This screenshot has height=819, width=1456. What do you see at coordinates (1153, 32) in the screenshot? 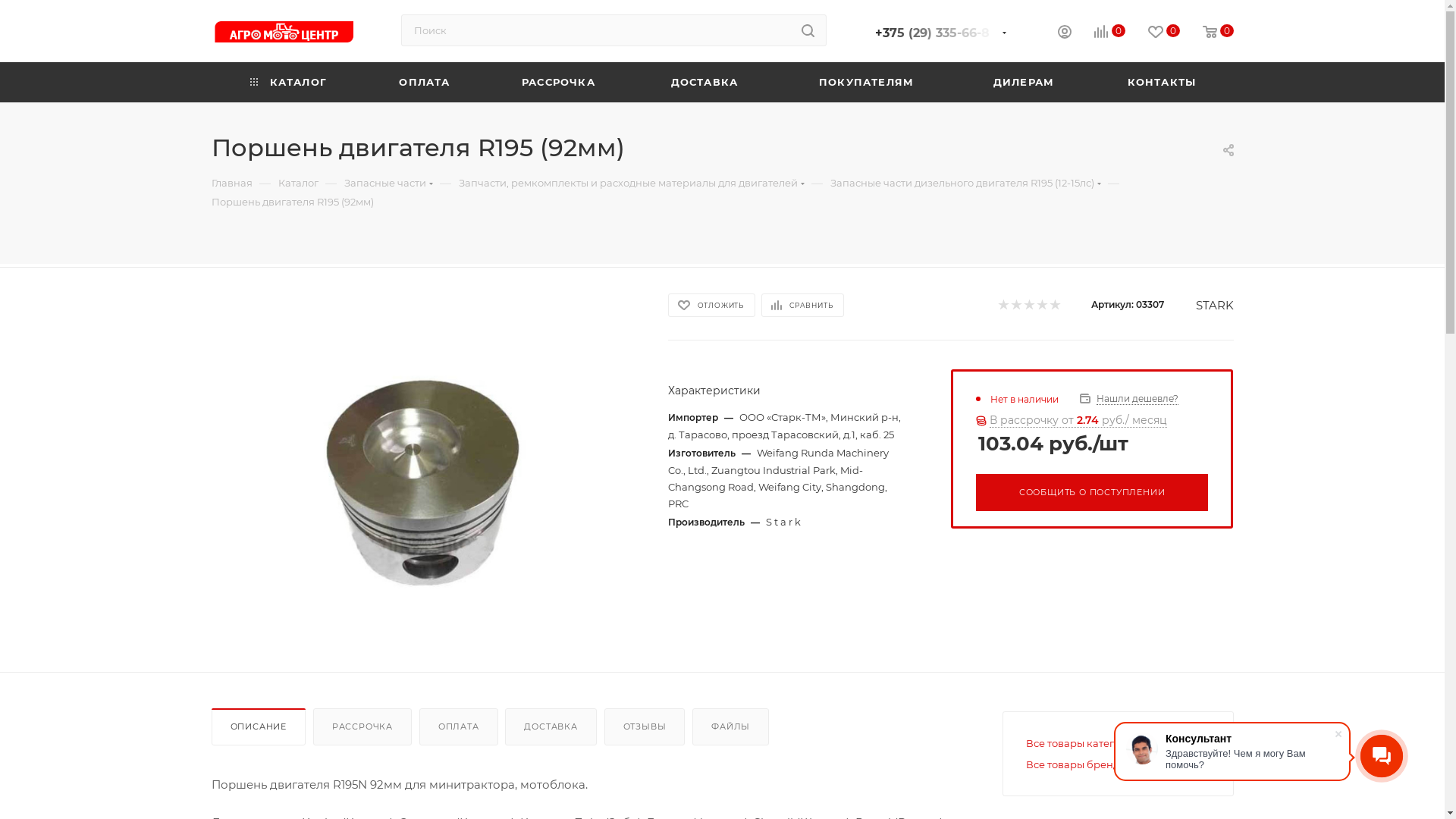
I see `'0'` at bounding box center [1153, 32].